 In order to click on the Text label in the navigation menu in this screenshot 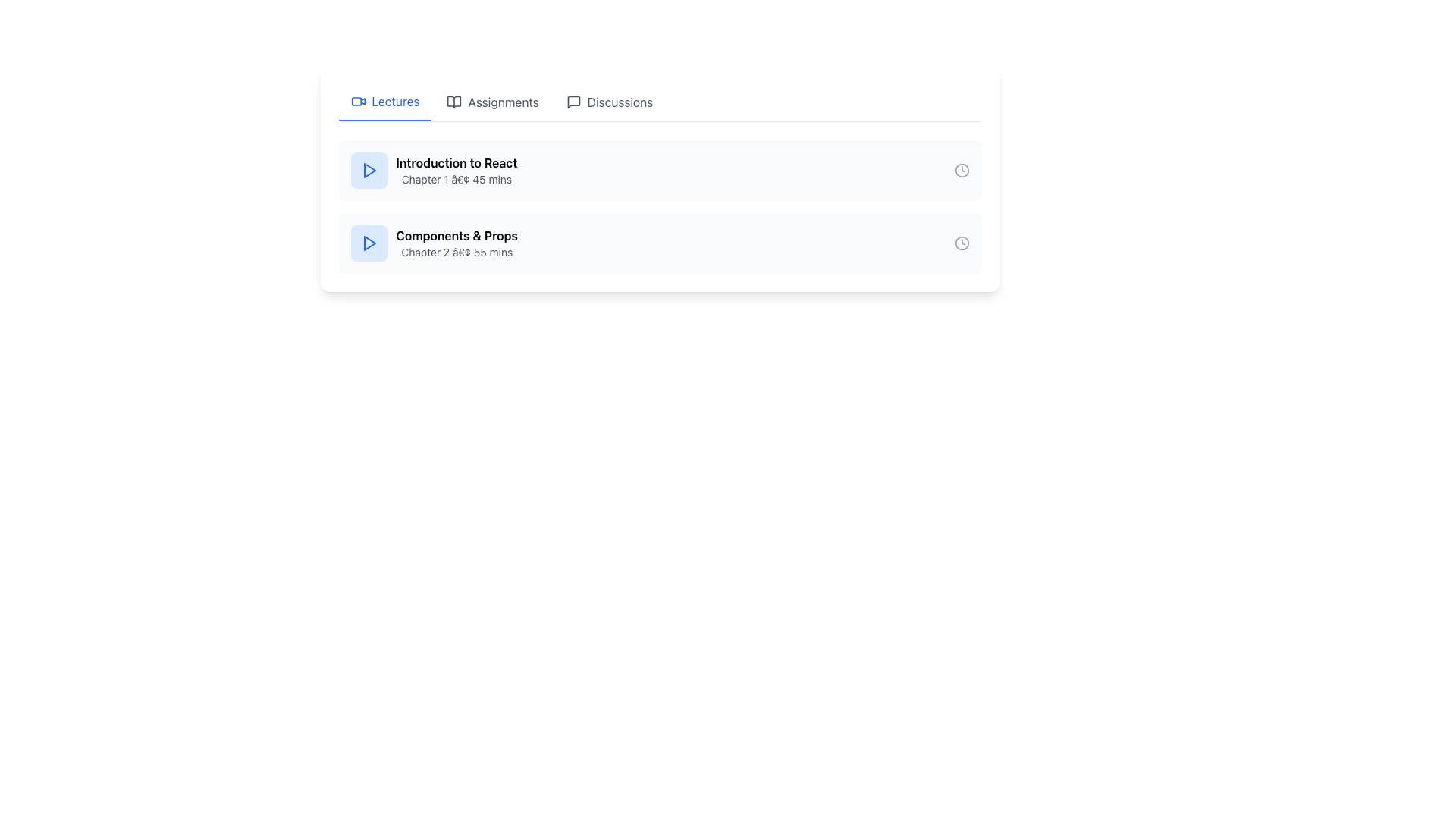, I will do `click(620, 102)`.